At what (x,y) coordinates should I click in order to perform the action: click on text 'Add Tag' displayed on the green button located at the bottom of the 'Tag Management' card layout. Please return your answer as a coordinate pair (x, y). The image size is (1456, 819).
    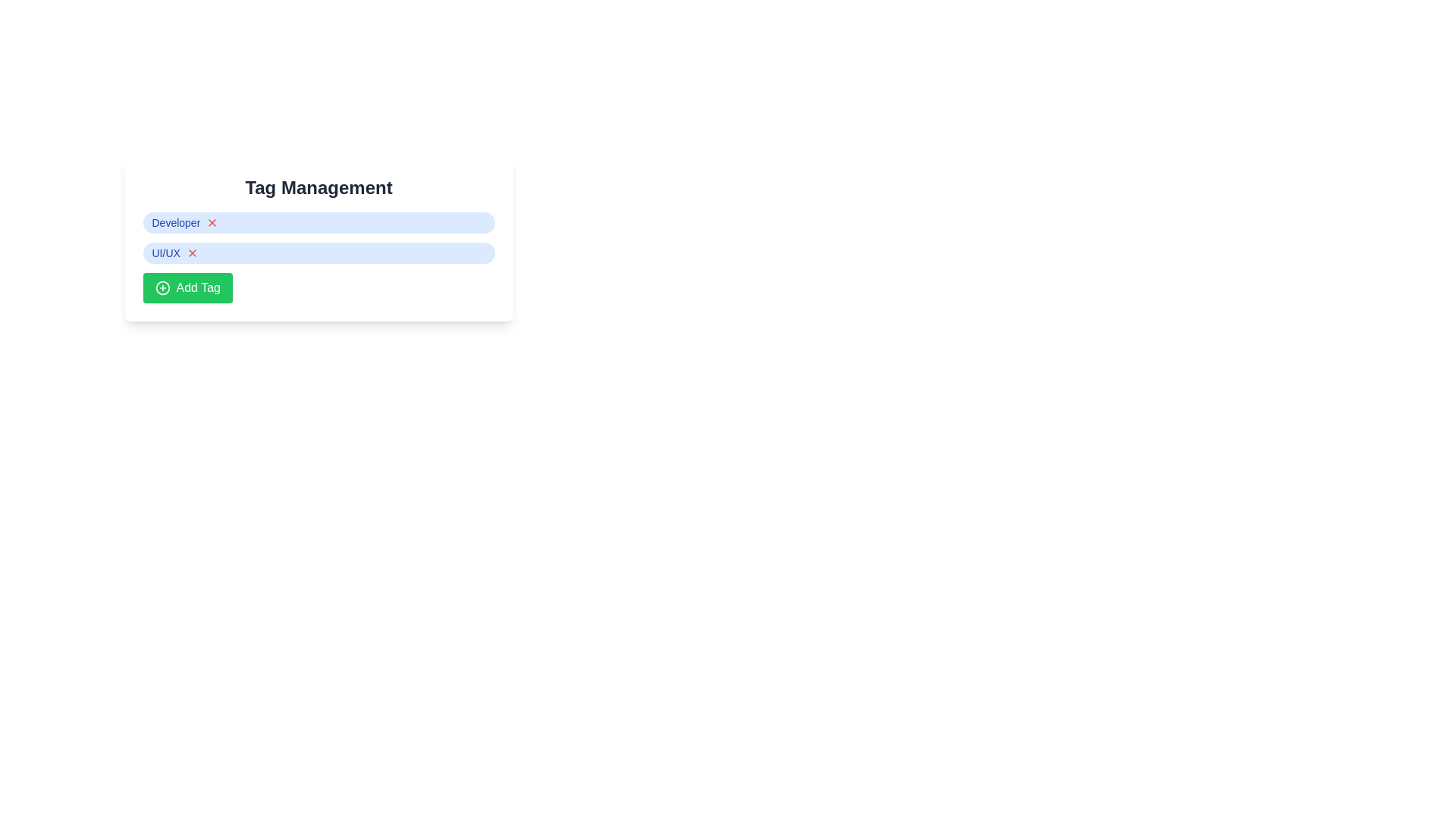
    Looking at the image, I should click on (197, 288).